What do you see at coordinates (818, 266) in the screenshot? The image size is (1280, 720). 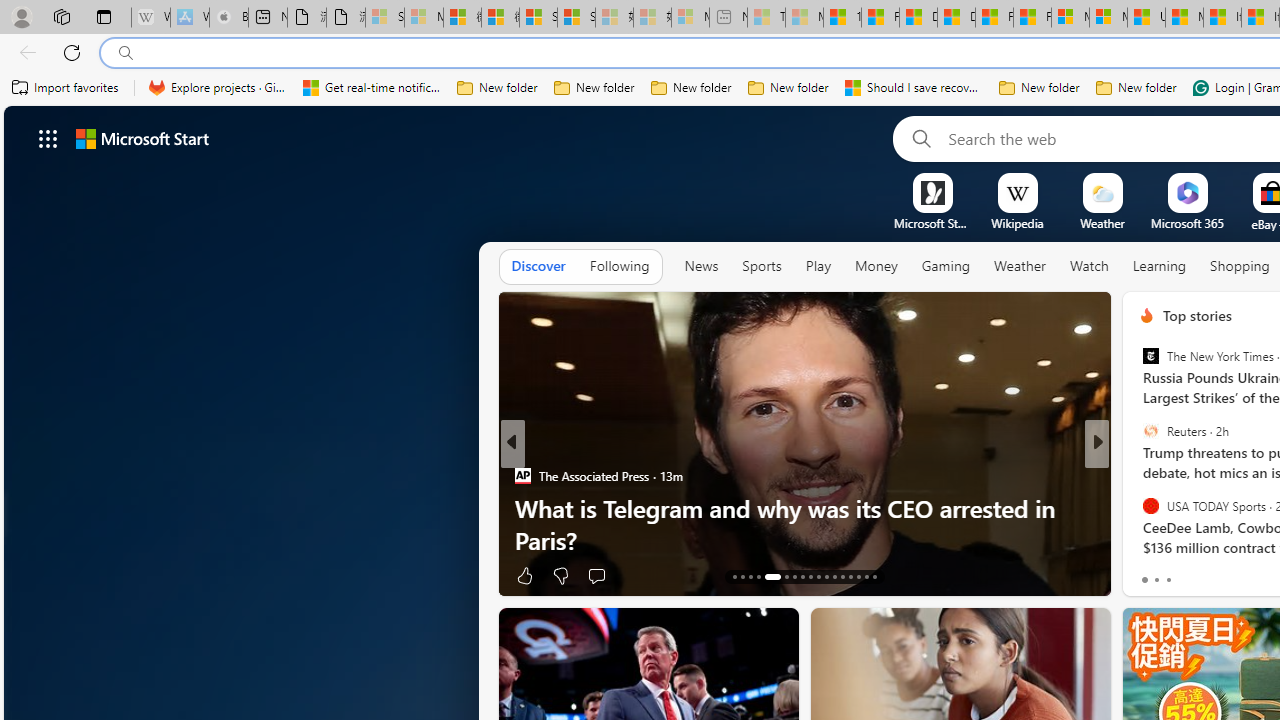 I see `'Play'` at bounding box center [818, 266].